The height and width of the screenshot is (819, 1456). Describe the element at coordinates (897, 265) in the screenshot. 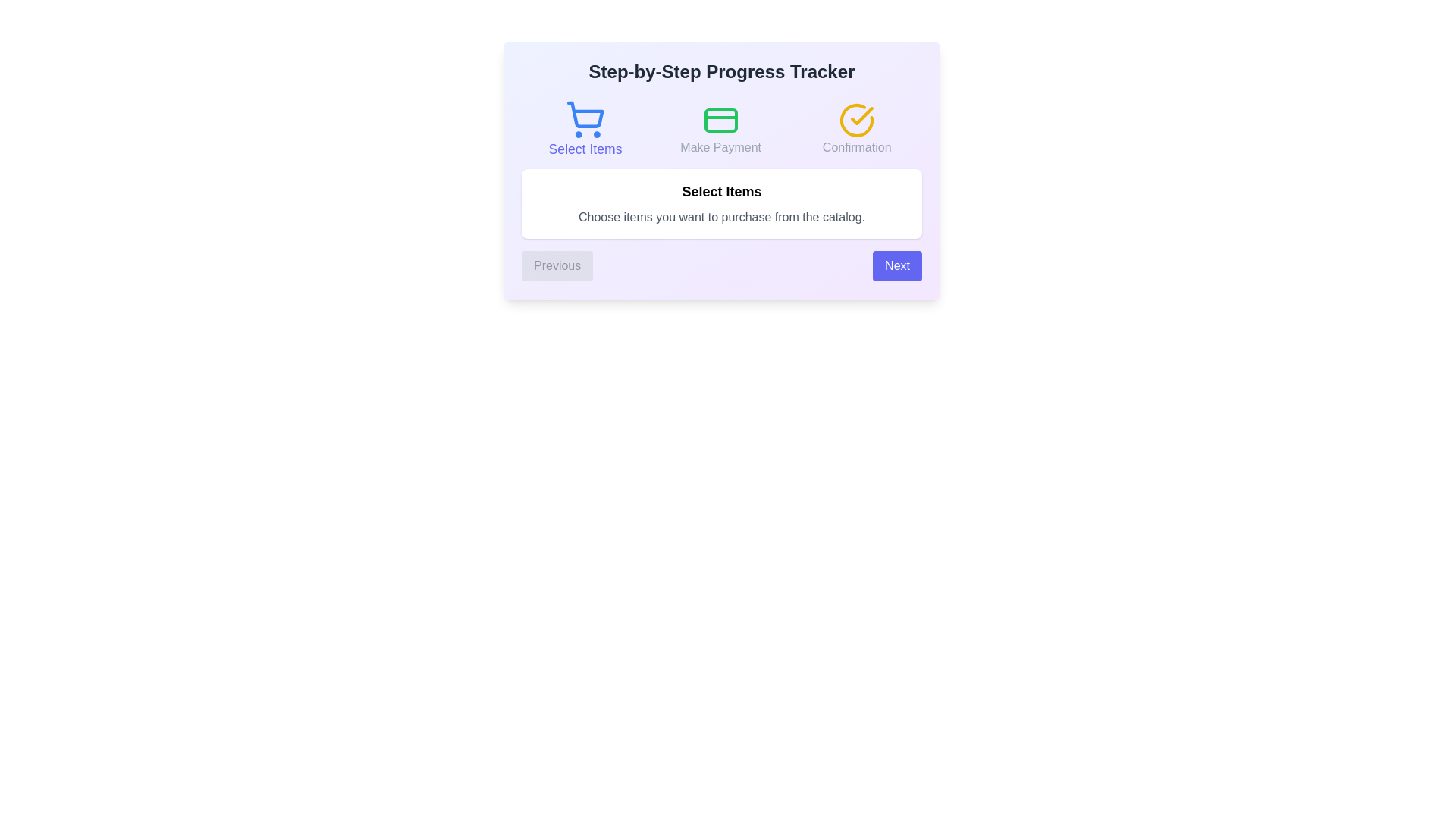

I see `the 'Next' button to navigate to the next step` at that location.